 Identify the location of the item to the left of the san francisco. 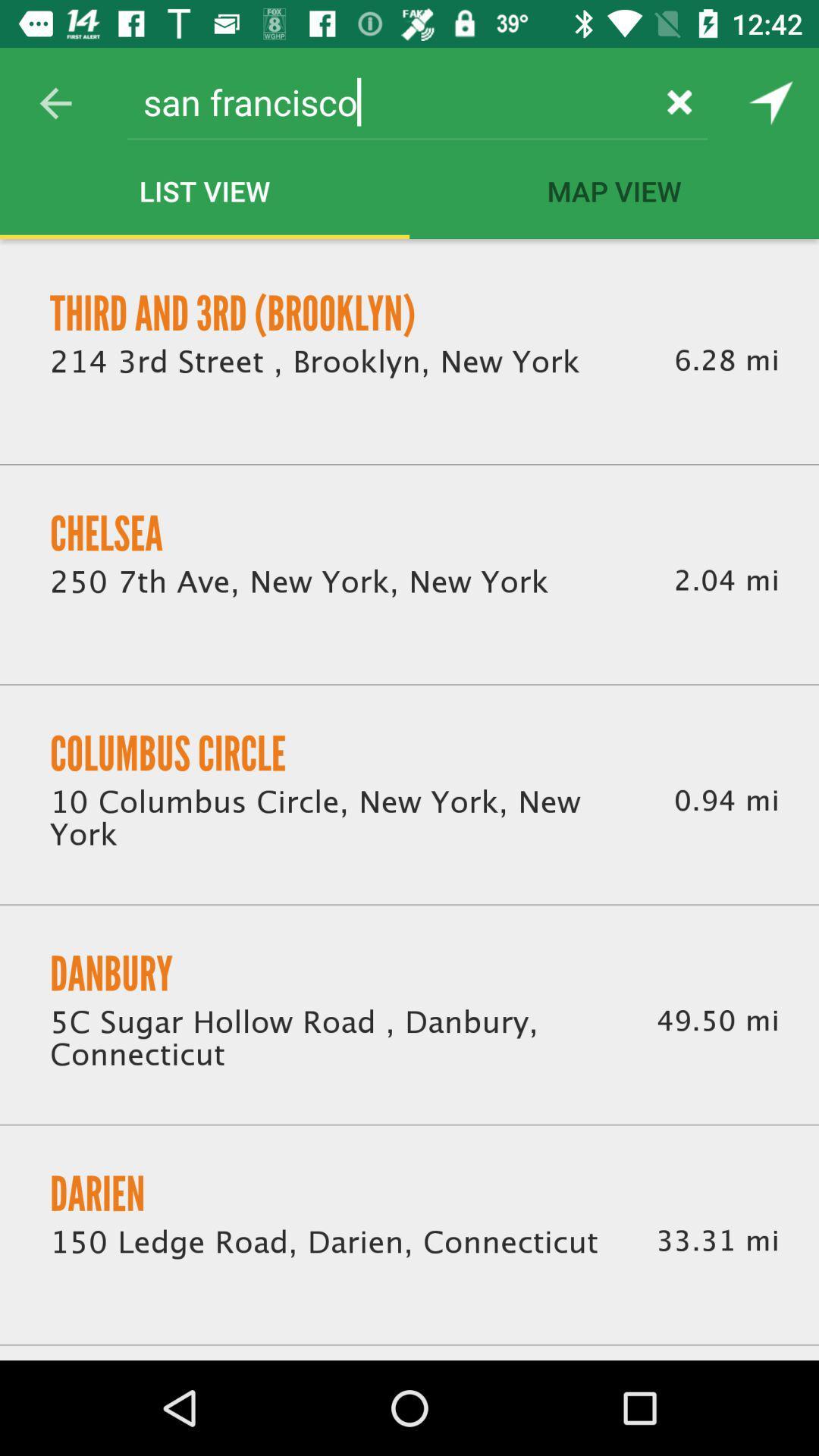
(55, 102).